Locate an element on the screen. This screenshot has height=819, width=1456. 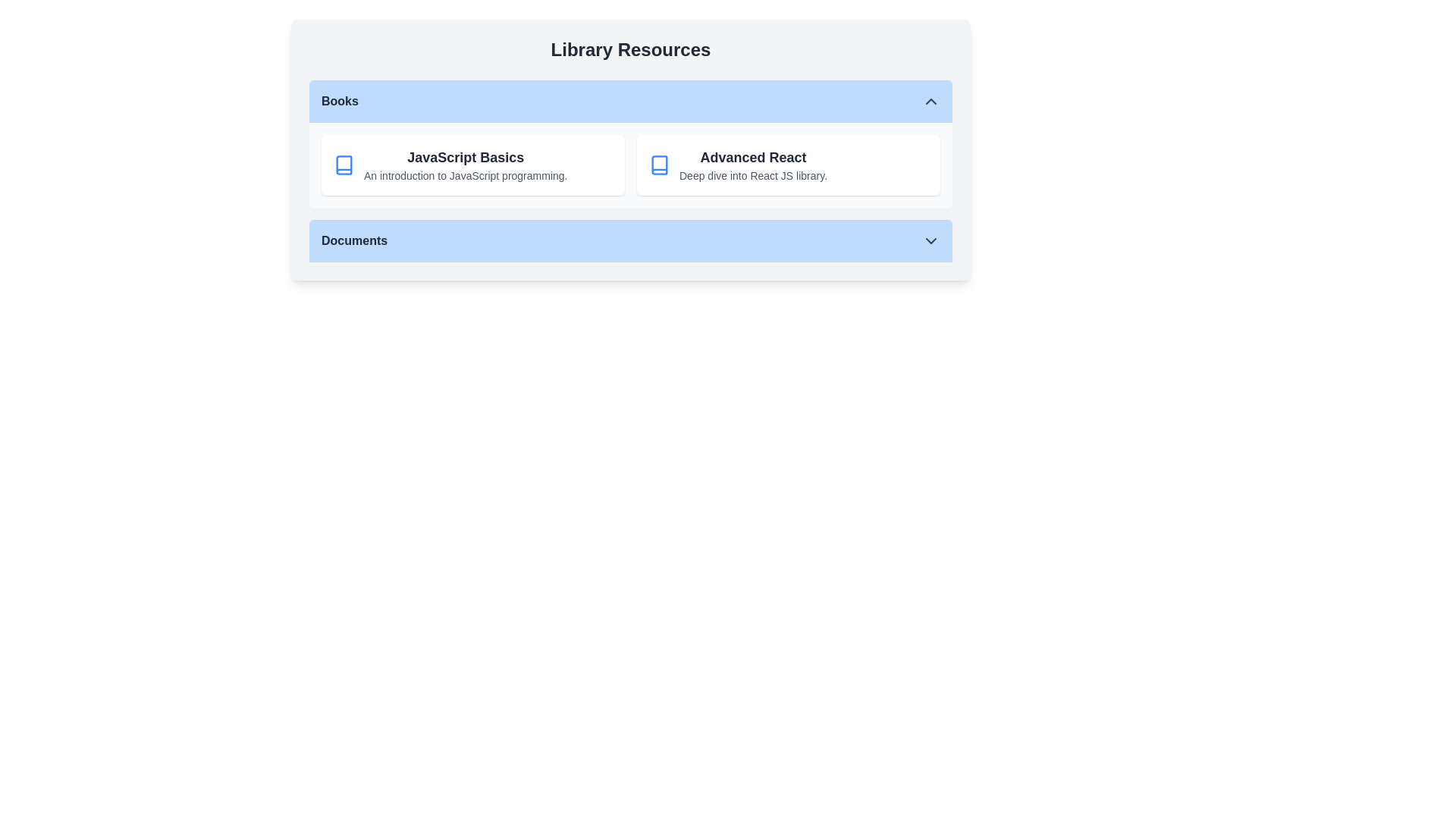
the second card in the 'Books' section of the 'Library Resources' panel, which features a blue book icon and the title 'Advanced React' is located at coordinates (789, 165).